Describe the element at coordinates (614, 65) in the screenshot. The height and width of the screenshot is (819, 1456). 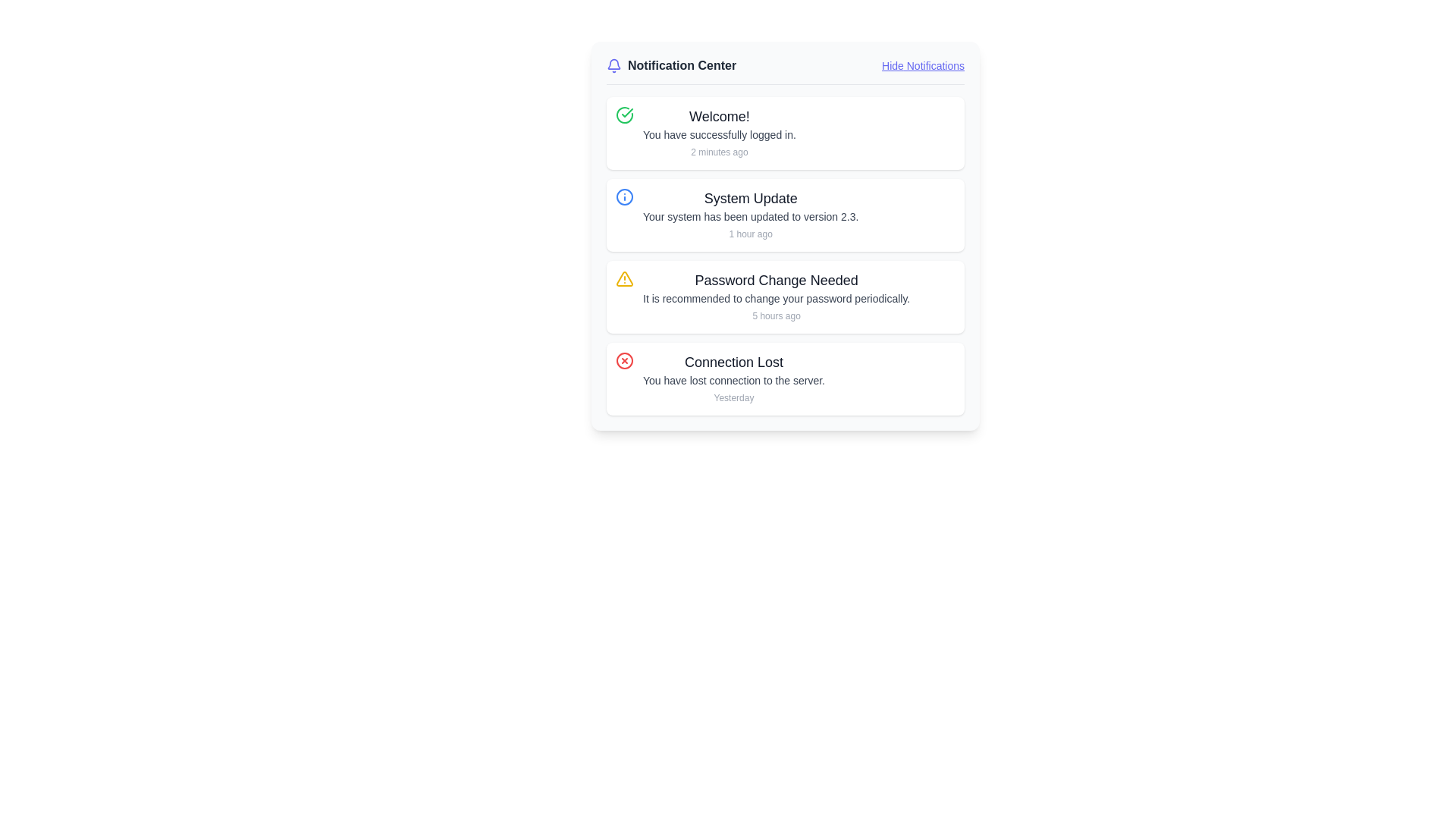
I see `the bell icon in the Notification Center header, which is indigo with a thin outline and located on the leftmost side adjacent to the text 'Notification Center'` at that location.